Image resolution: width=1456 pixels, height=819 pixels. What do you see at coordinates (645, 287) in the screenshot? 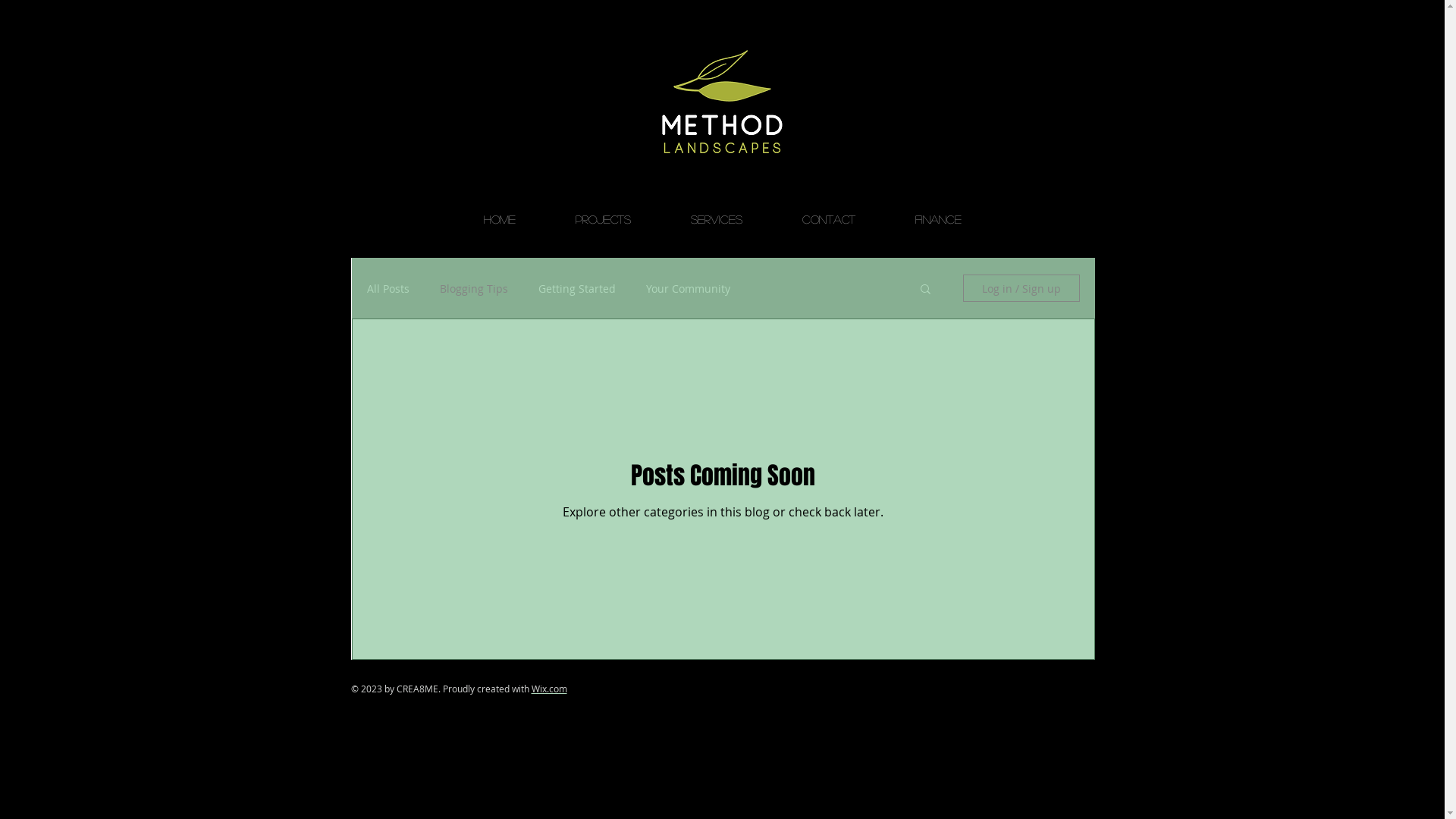
I see `'Your Community'` at bounding box center [645, 287].